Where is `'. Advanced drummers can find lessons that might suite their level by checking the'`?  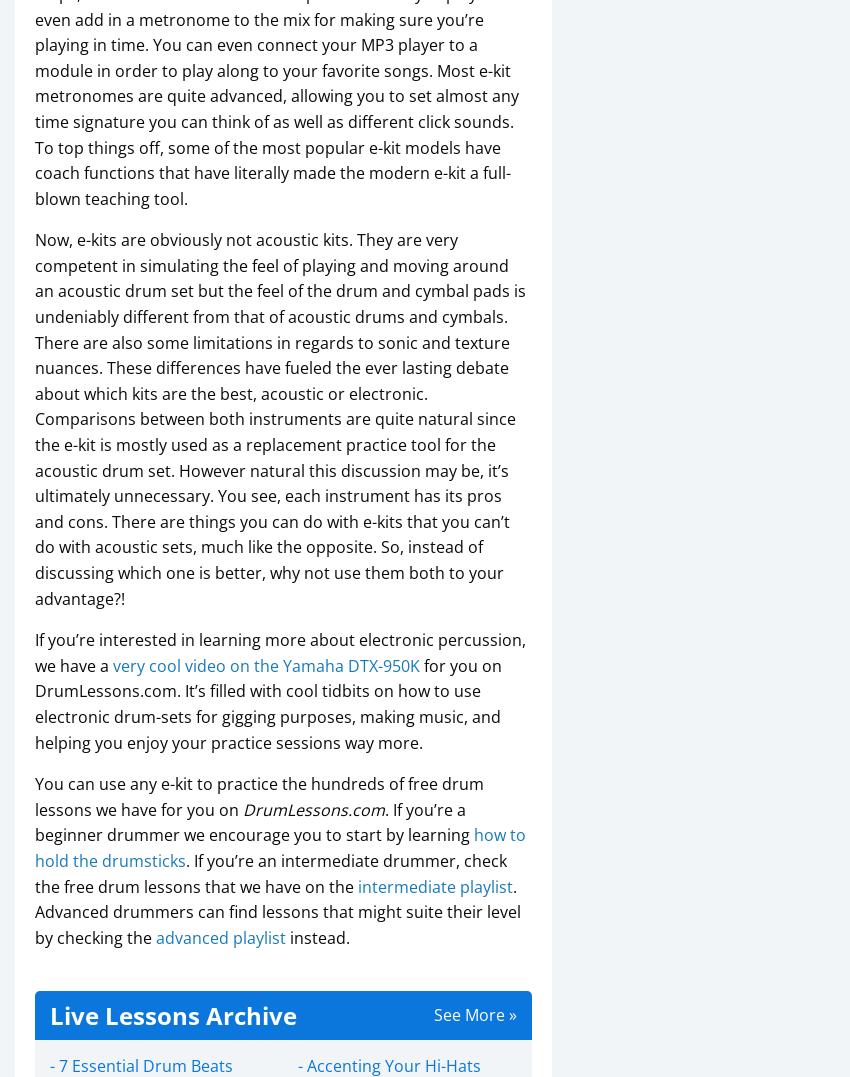 '. Advanced drummers can find lessons that might suite their level by checking the' is located at coordinates (277, 911).